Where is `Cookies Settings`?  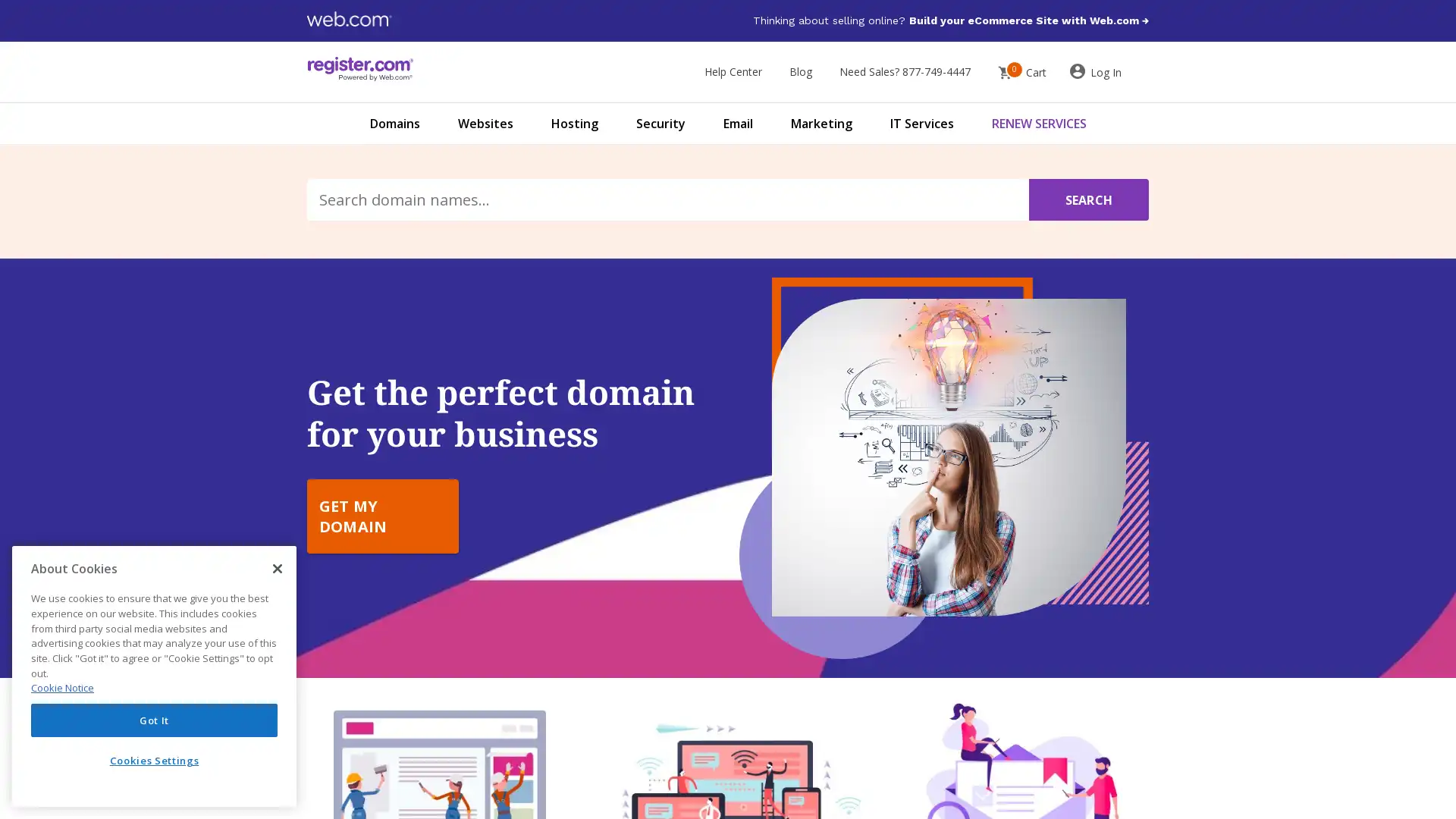 Cookies Settings is located at coordinates (154, 760).